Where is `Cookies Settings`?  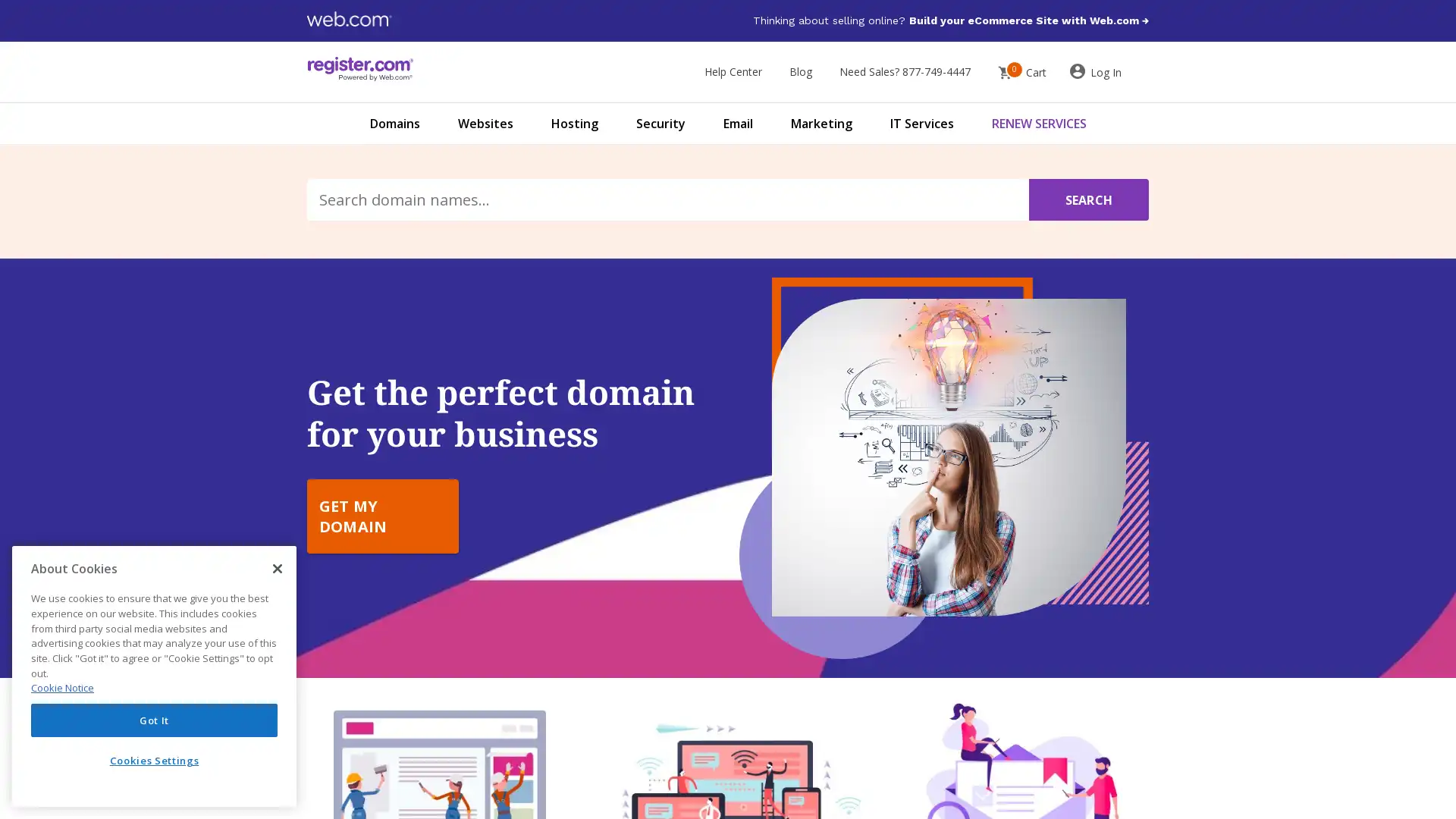 Cookies Settings is located at coordinates (154, 760).